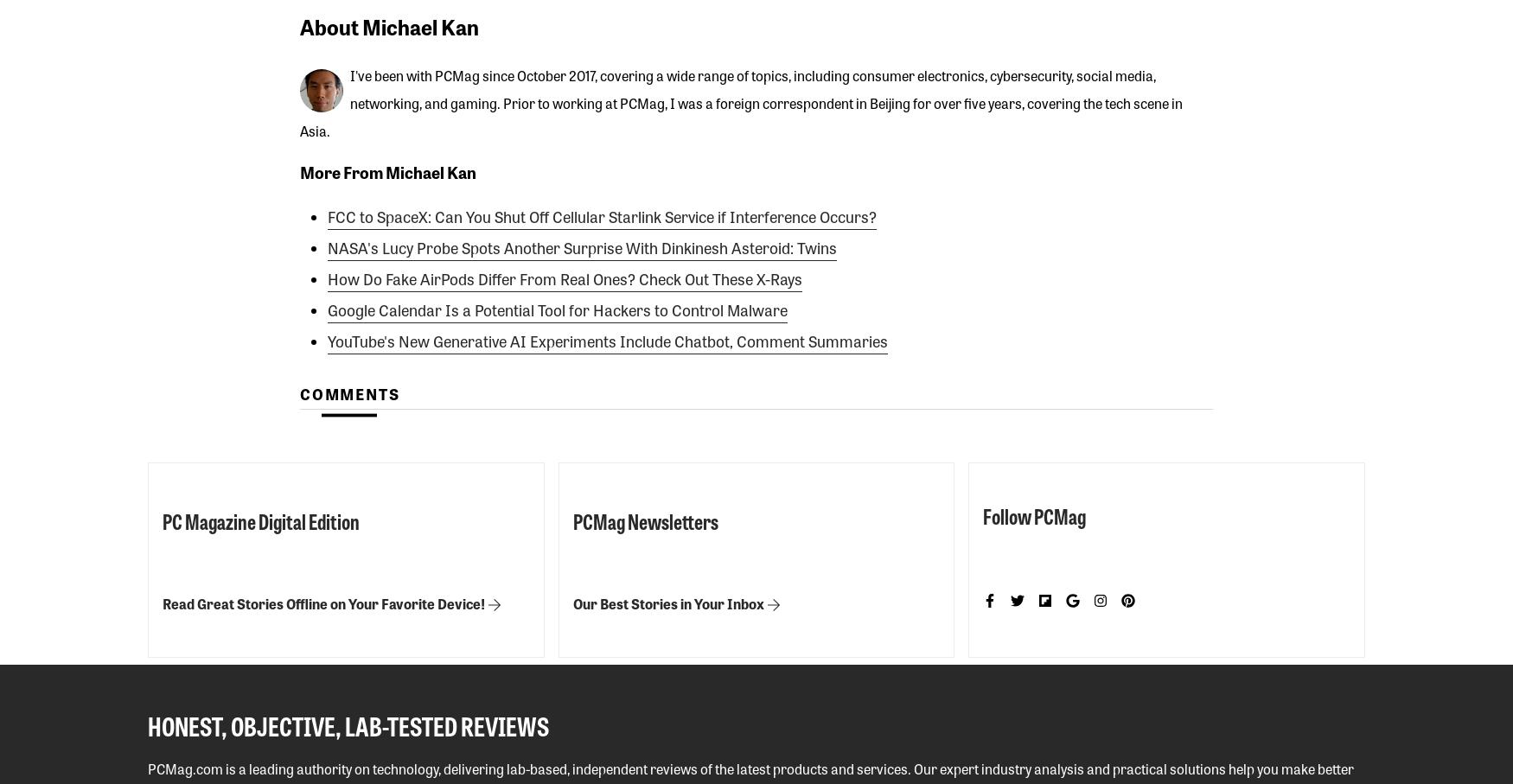 This screenshot has width=1513, height=784. Describe the element at coordinates (388, 171) in the screenshot. I see `'More From Michael Kan'` at that location.